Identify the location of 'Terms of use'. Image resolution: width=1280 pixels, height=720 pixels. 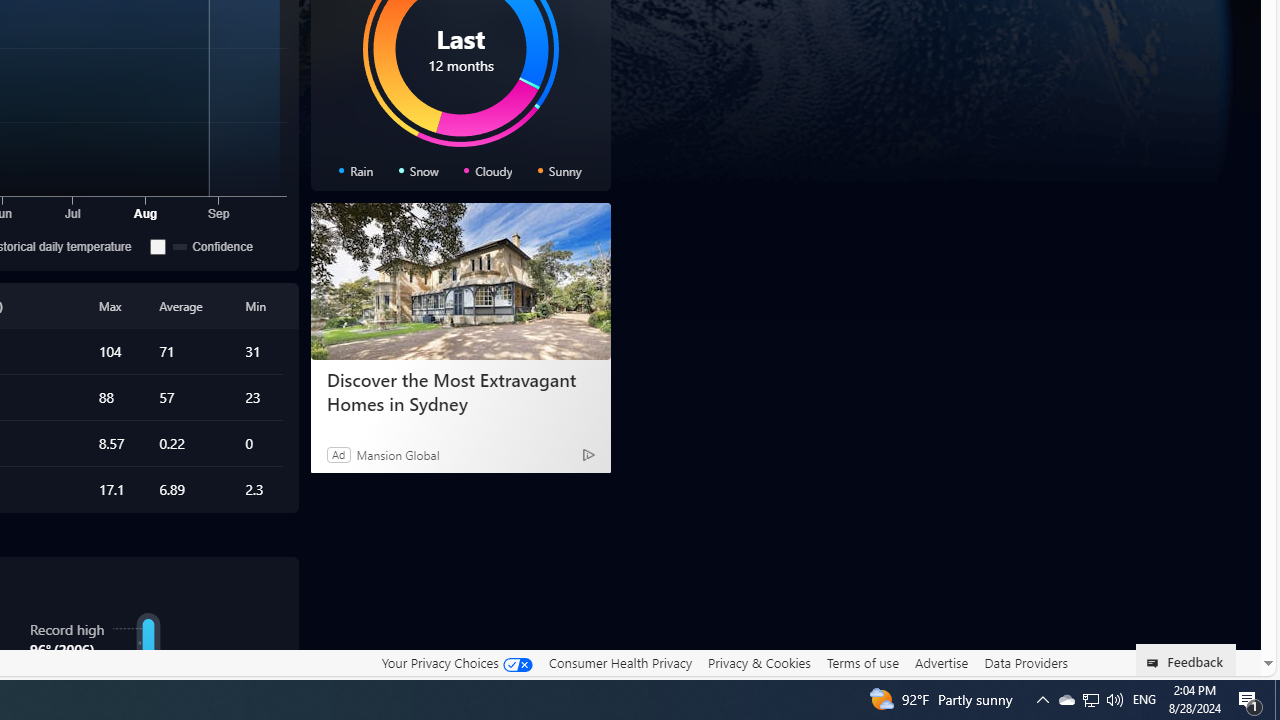
(862, 662).